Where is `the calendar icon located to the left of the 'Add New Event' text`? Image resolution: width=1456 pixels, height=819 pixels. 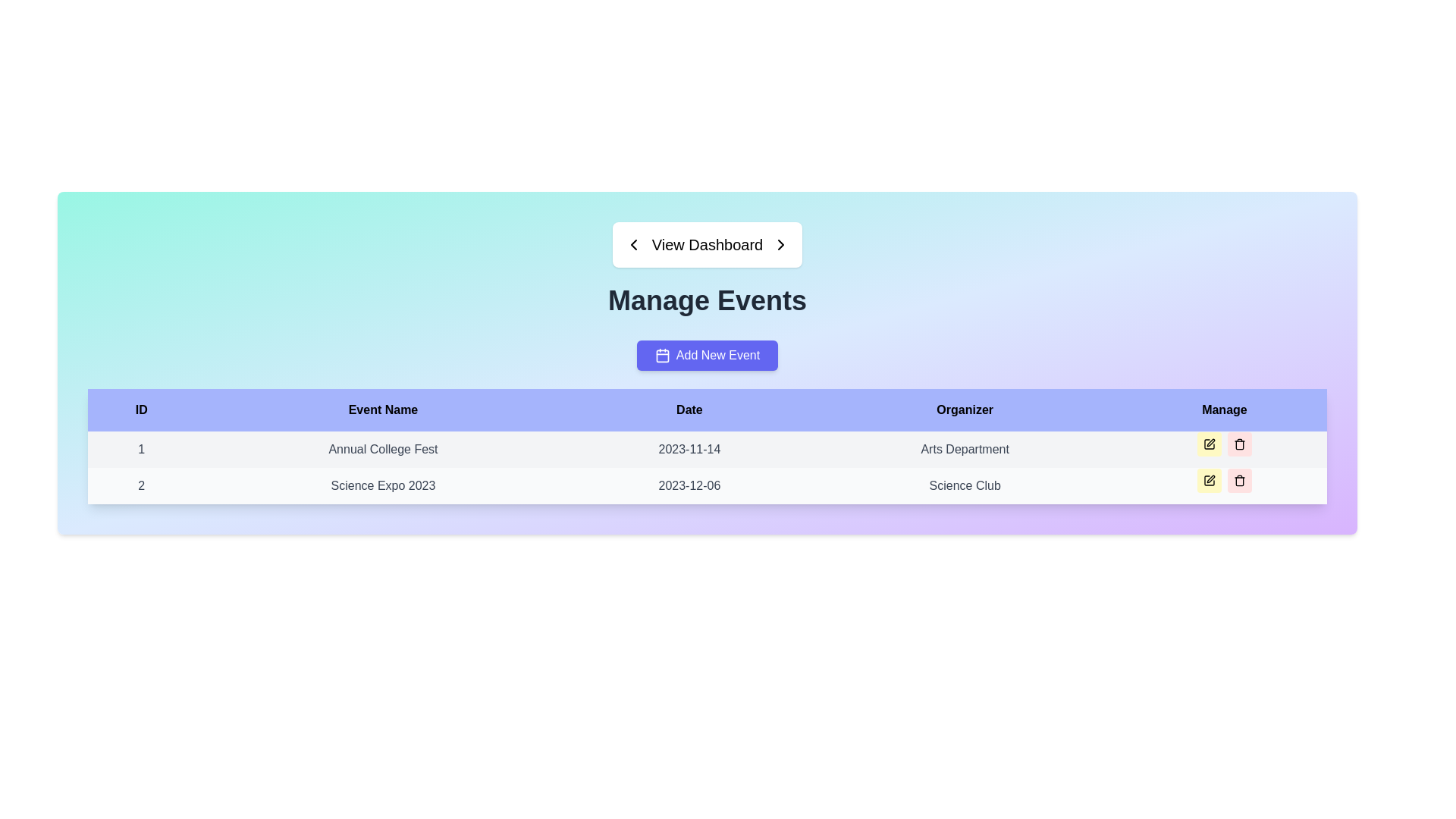
the calendar icon located to the left of the 'Add New Event' text is located at coordinates (662, 356).